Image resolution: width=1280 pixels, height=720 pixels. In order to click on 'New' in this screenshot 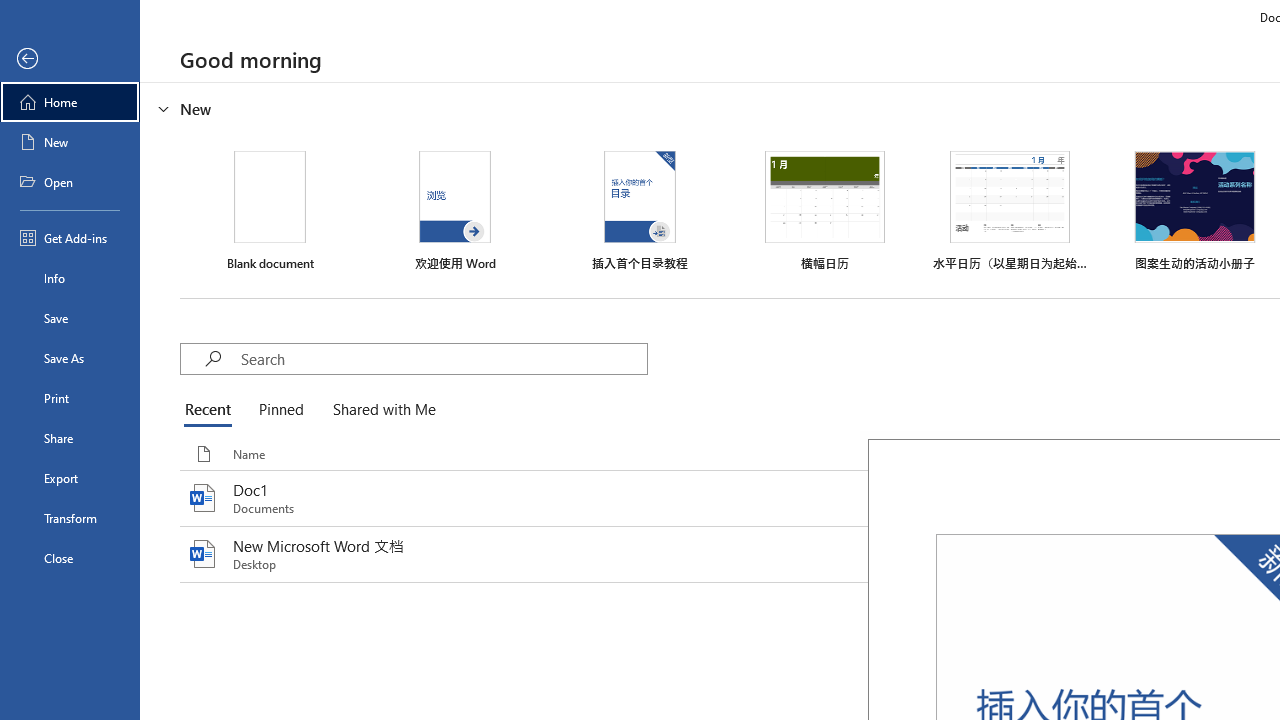, I will do `click(69, 140)`.